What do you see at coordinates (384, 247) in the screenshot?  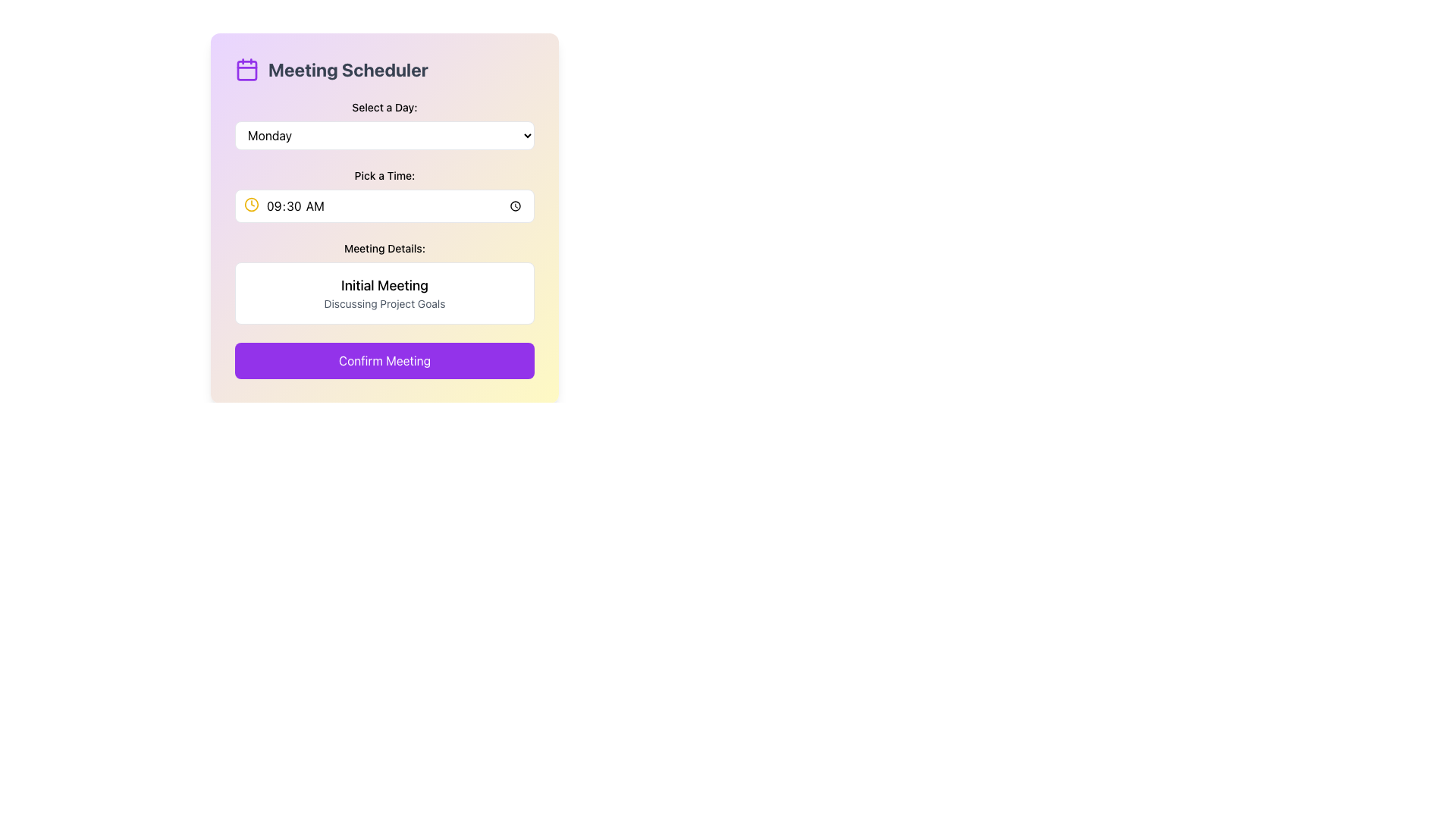 I see `the static text label displaying 'Meeting Details:' located in the 'Meeting Scheduler' interface, positioned above the meeting details section` at bounding box center [384, 247].